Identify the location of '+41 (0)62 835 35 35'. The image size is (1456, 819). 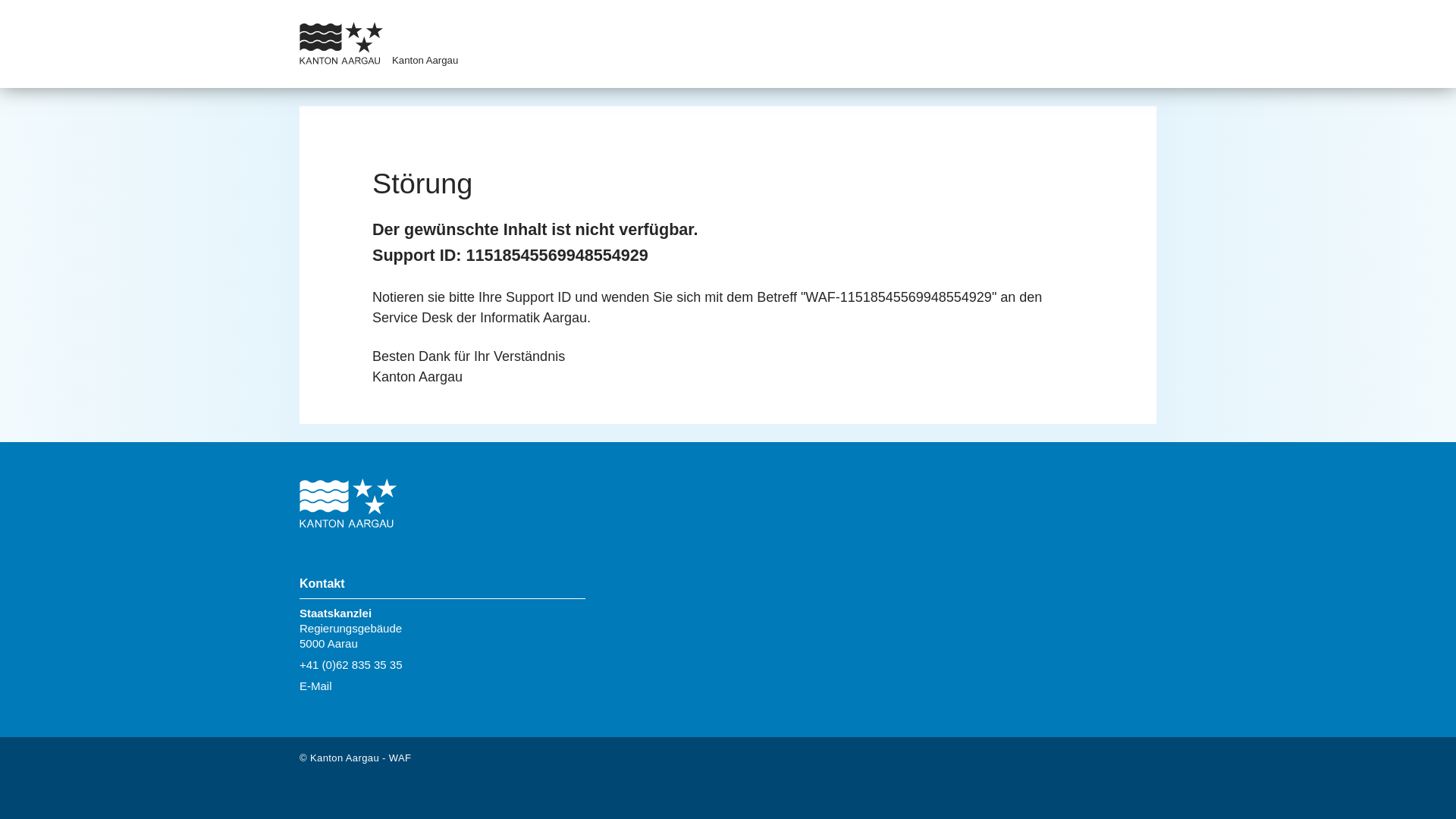
(350, 664).